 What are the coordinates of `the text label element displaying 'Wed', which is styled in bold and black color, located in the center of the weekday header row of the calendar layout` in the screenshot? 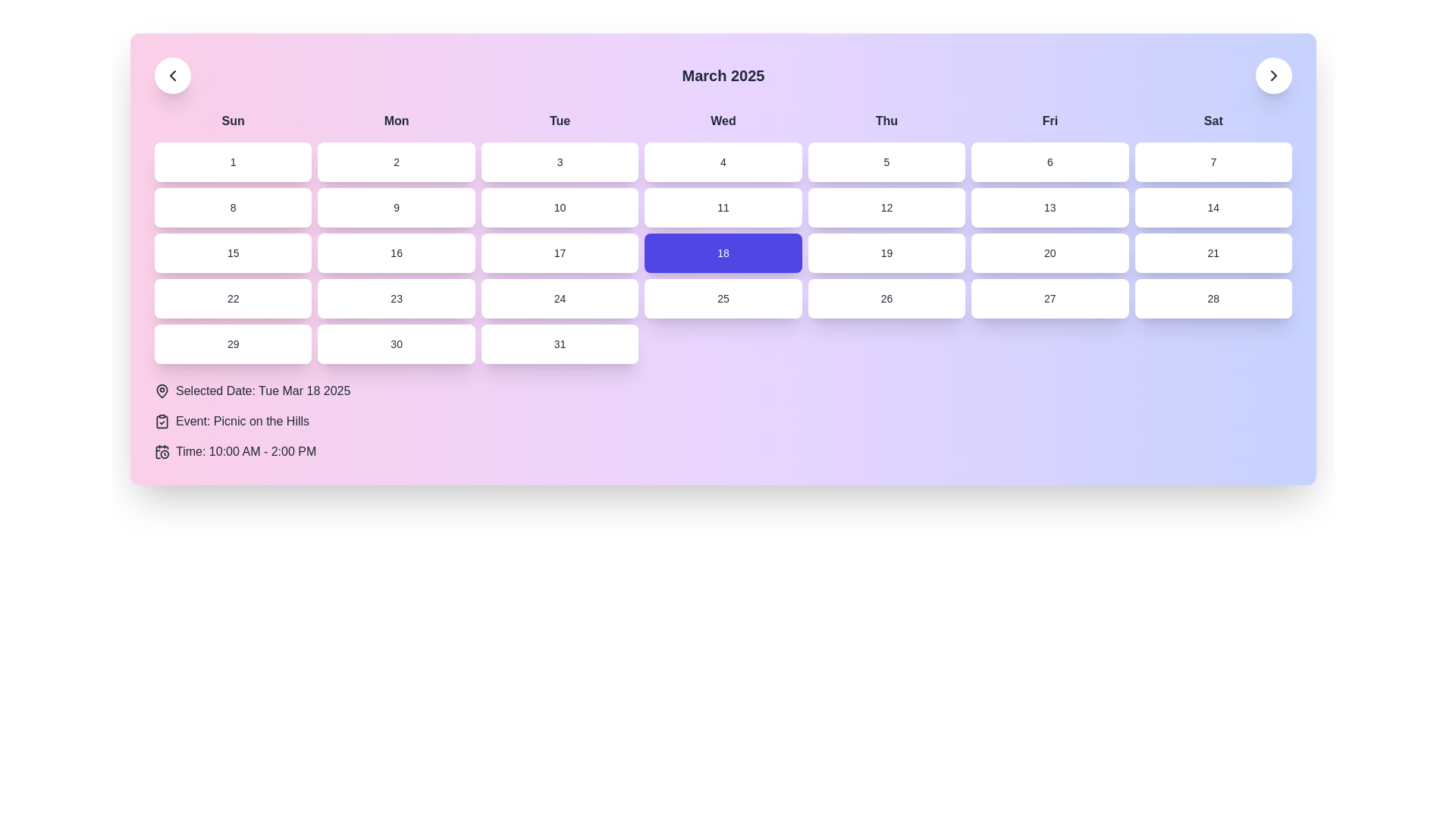 It's located at (723, 120).